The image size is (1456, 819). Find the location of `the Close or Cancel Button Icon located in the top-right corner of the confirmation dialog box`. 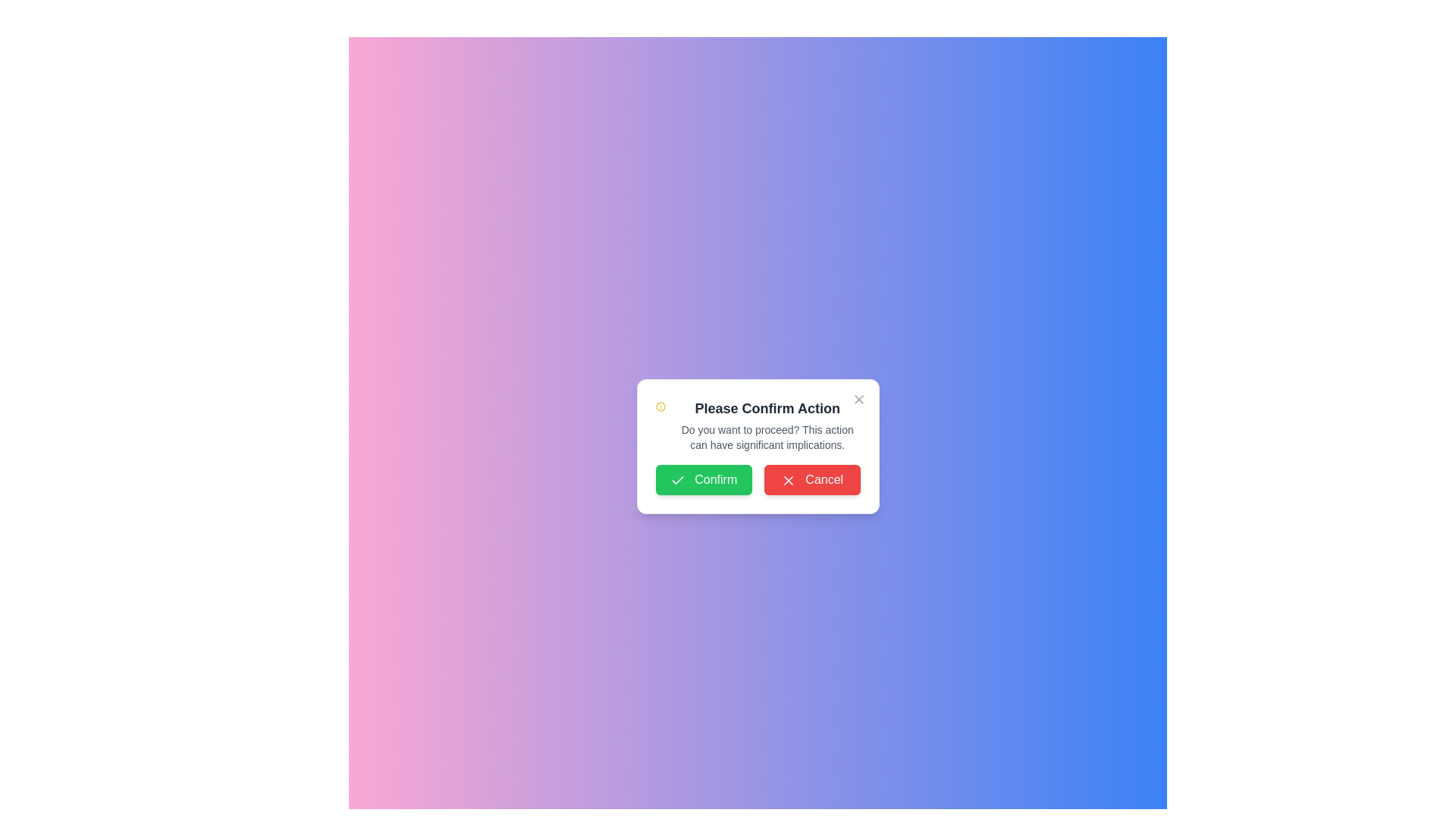

the Close or Cancel Button Icon located in the top-right corner of the confirmation dialog box is located at coordinates (858, 399).